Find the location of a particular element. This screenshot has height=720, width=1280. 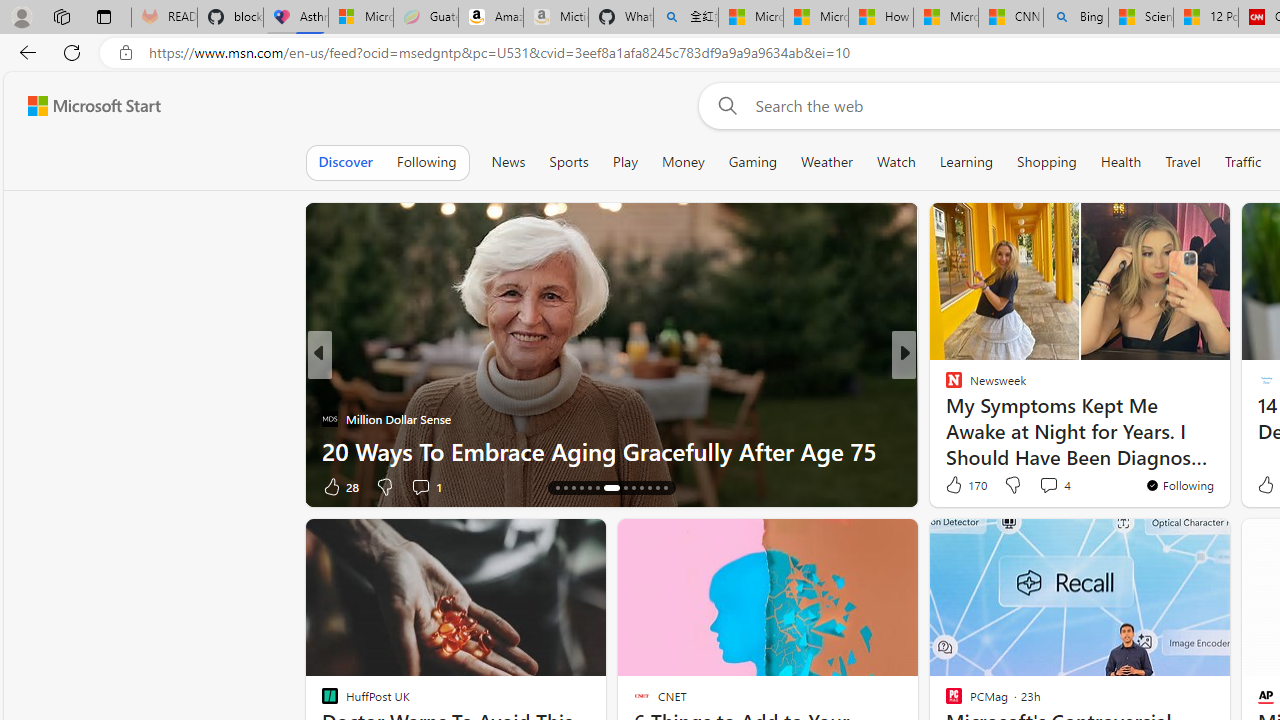

'View comments 231 Comment' is located at coordinates (1035, 486).